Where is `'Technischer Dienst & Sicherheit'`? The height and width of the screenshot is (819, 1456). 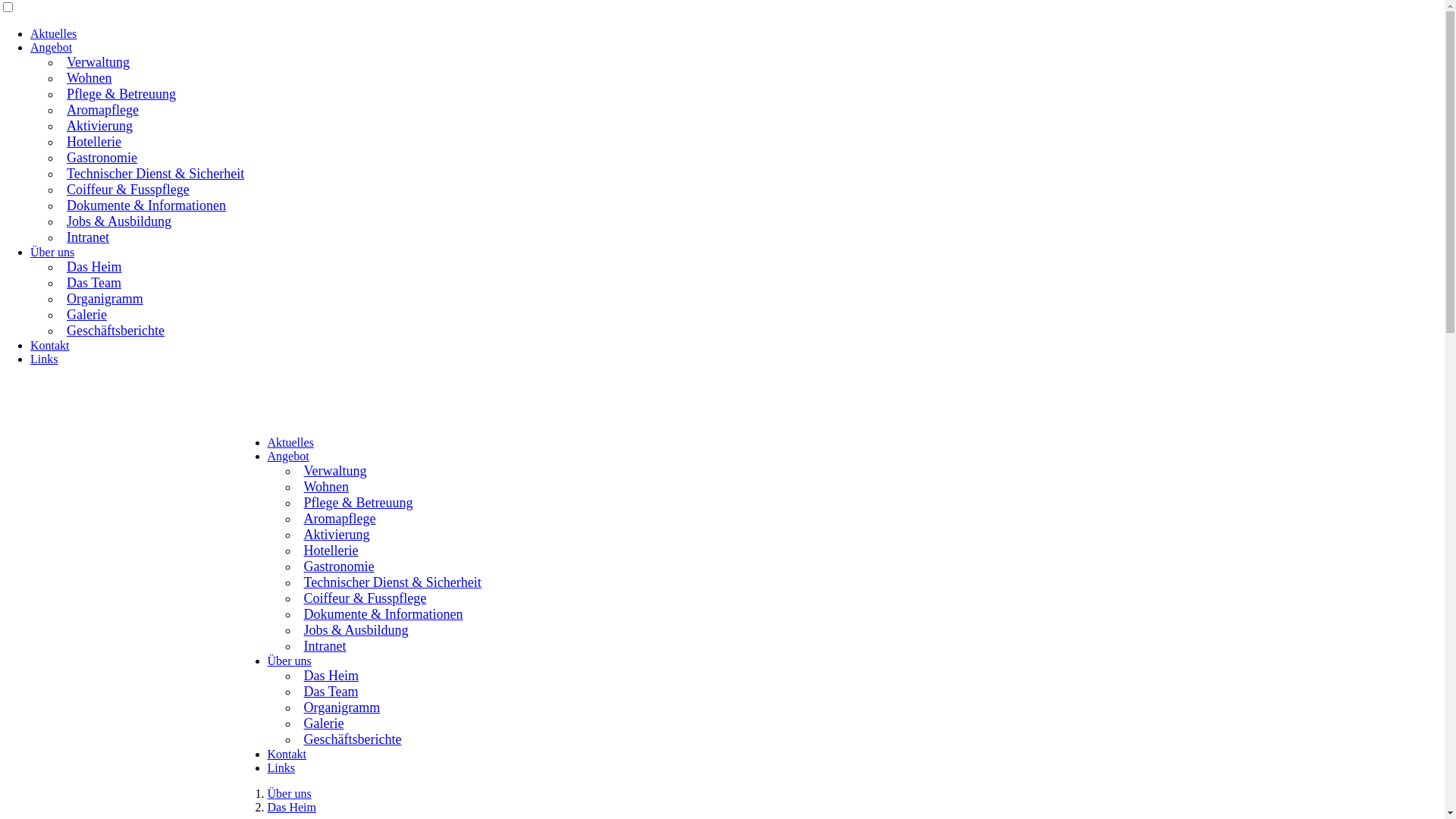
'Technischer Dienst & Sicherheit' is located at coordinates (390, 580).